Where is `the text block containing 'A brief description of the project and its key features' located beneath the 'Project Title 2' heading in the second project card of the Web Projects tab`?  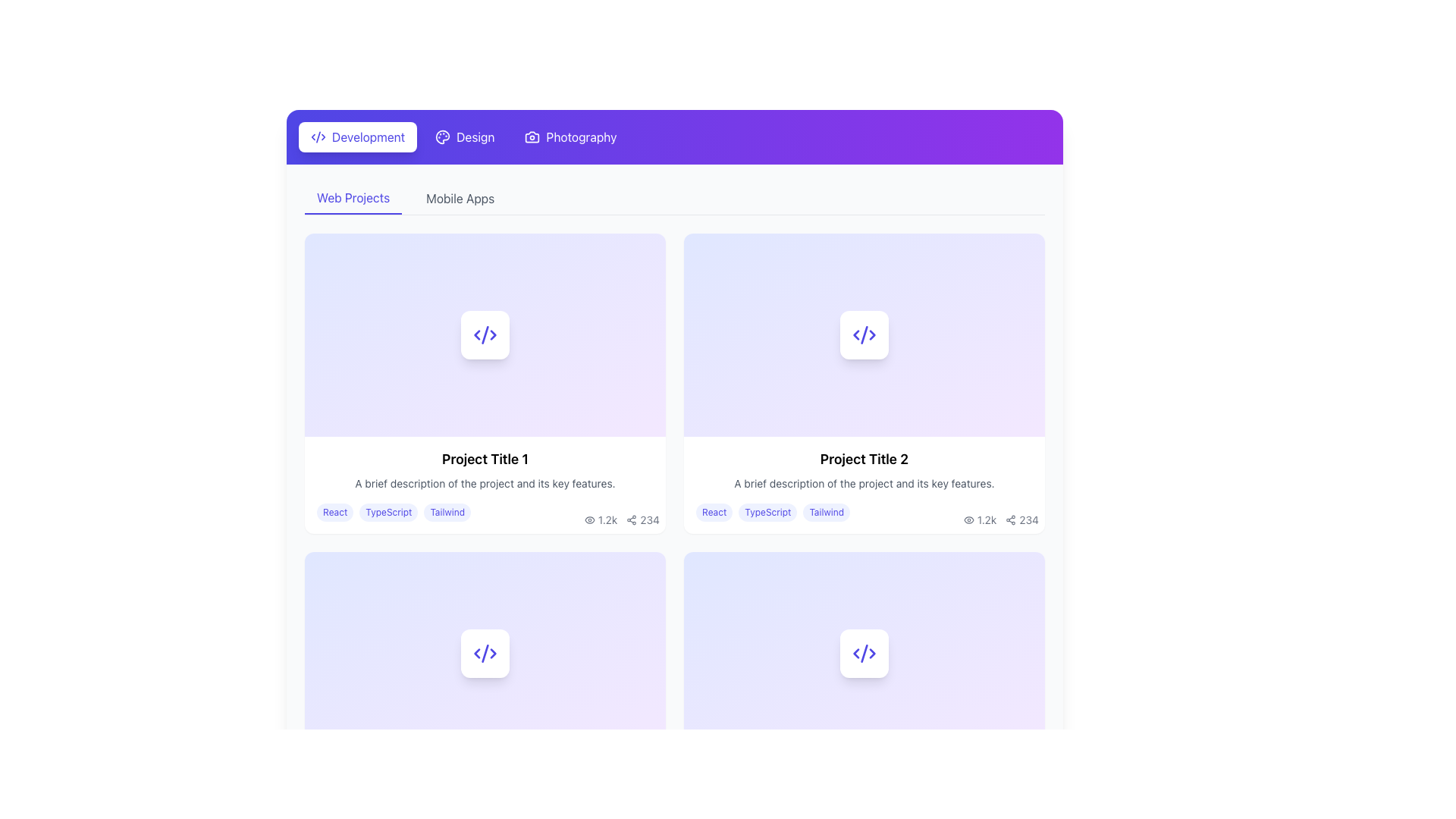
the text block containing 'A brief description of the project and its key features' located beneath the 'Project Title 2' heading in the second project card of the Web Projects tab is located at coordinates (864, 483).